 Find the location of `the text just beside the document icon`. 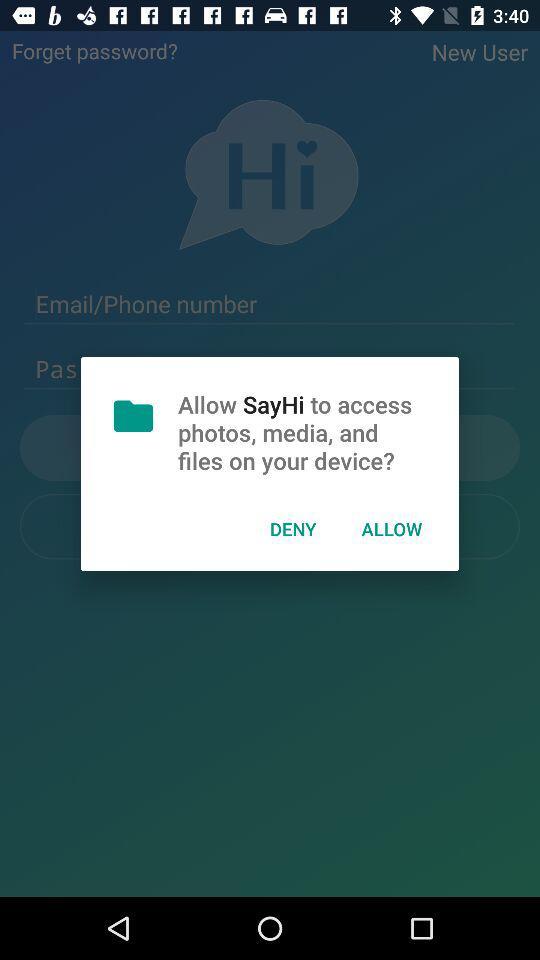

the text just beside the document icon is located at coordinates (270, 448).